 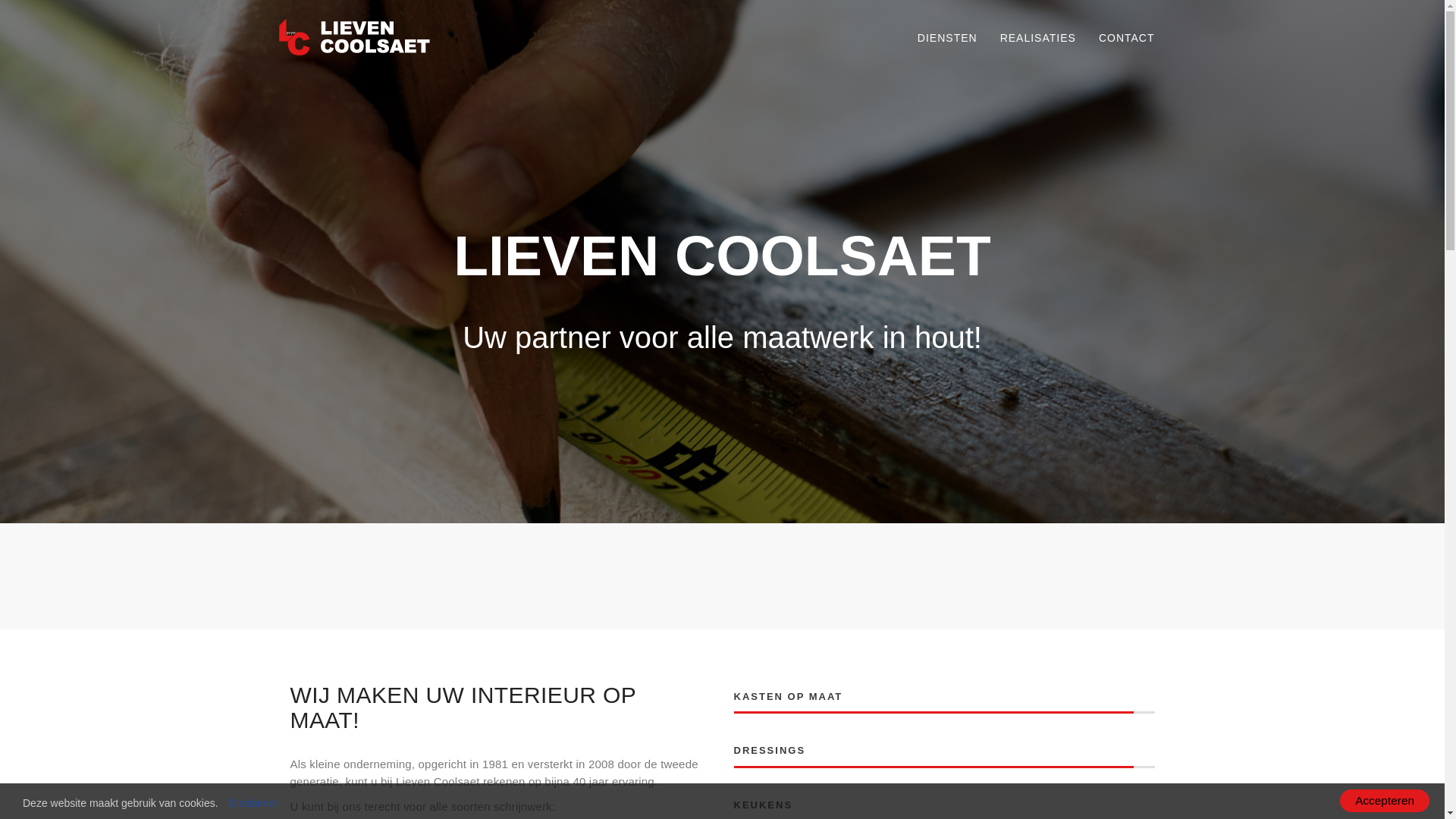 What do you see at coordinates (946, 37) in the screenshot?
I see `'DIENSTEN'` at bounding box center [946, 37].